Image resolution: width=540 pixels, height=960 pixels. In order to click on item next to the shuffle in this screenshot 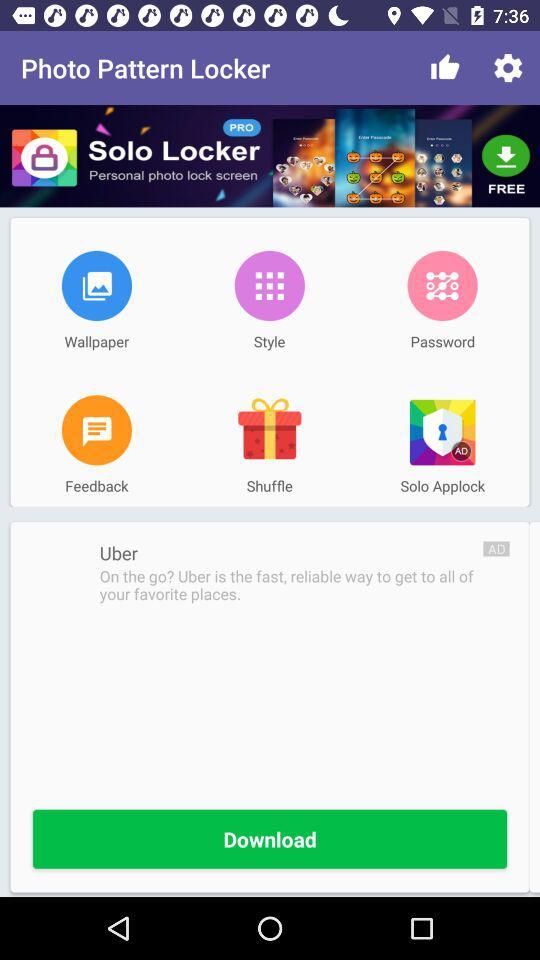, I will do `click(95, 430)`.